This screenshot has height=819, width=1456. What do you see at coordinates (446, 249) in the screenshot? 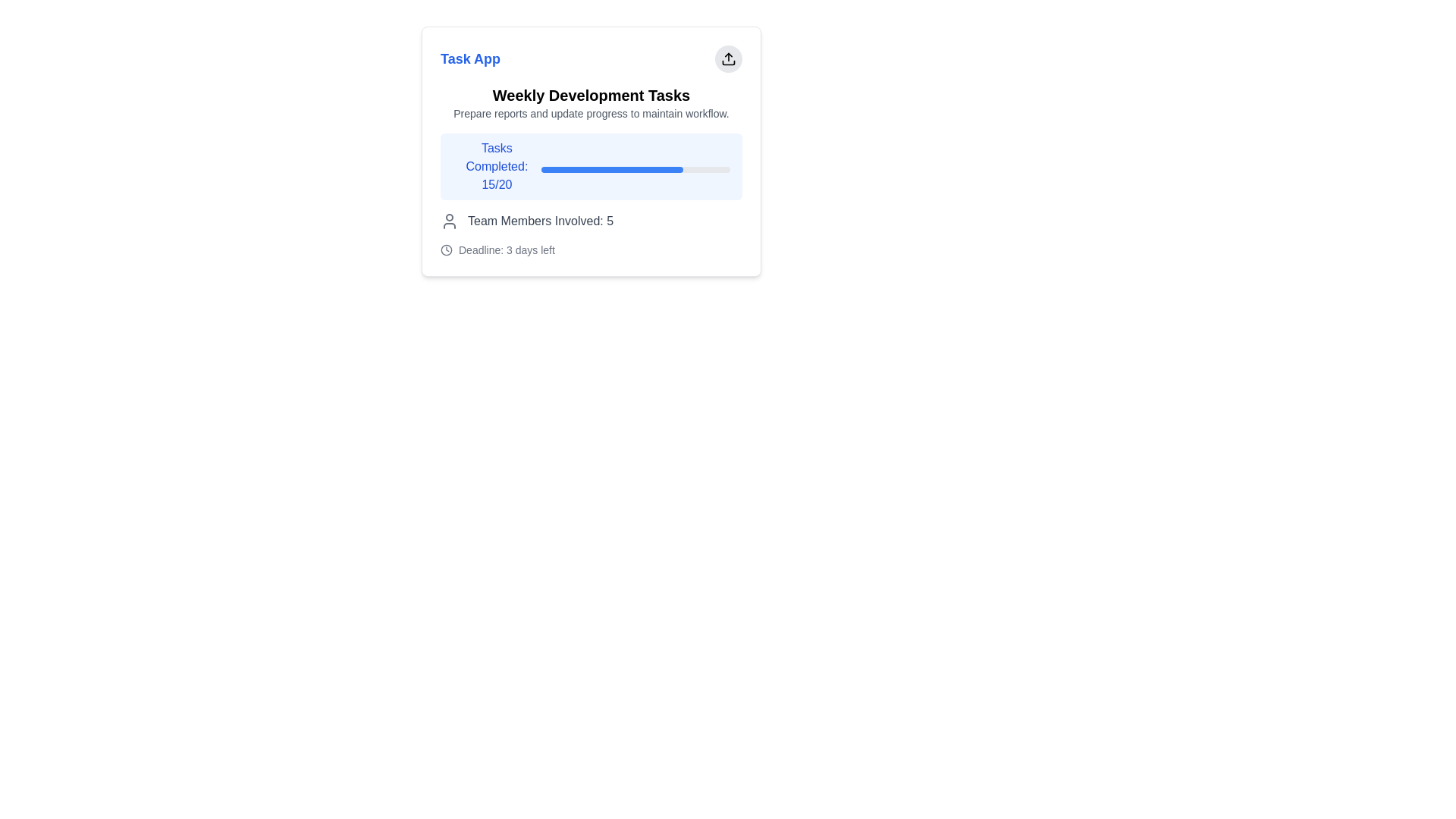
I see `the SVG Circle Element that represents the outline of a clock face, located in the top-right corner of the task details card` at bounding box center [446, 249].